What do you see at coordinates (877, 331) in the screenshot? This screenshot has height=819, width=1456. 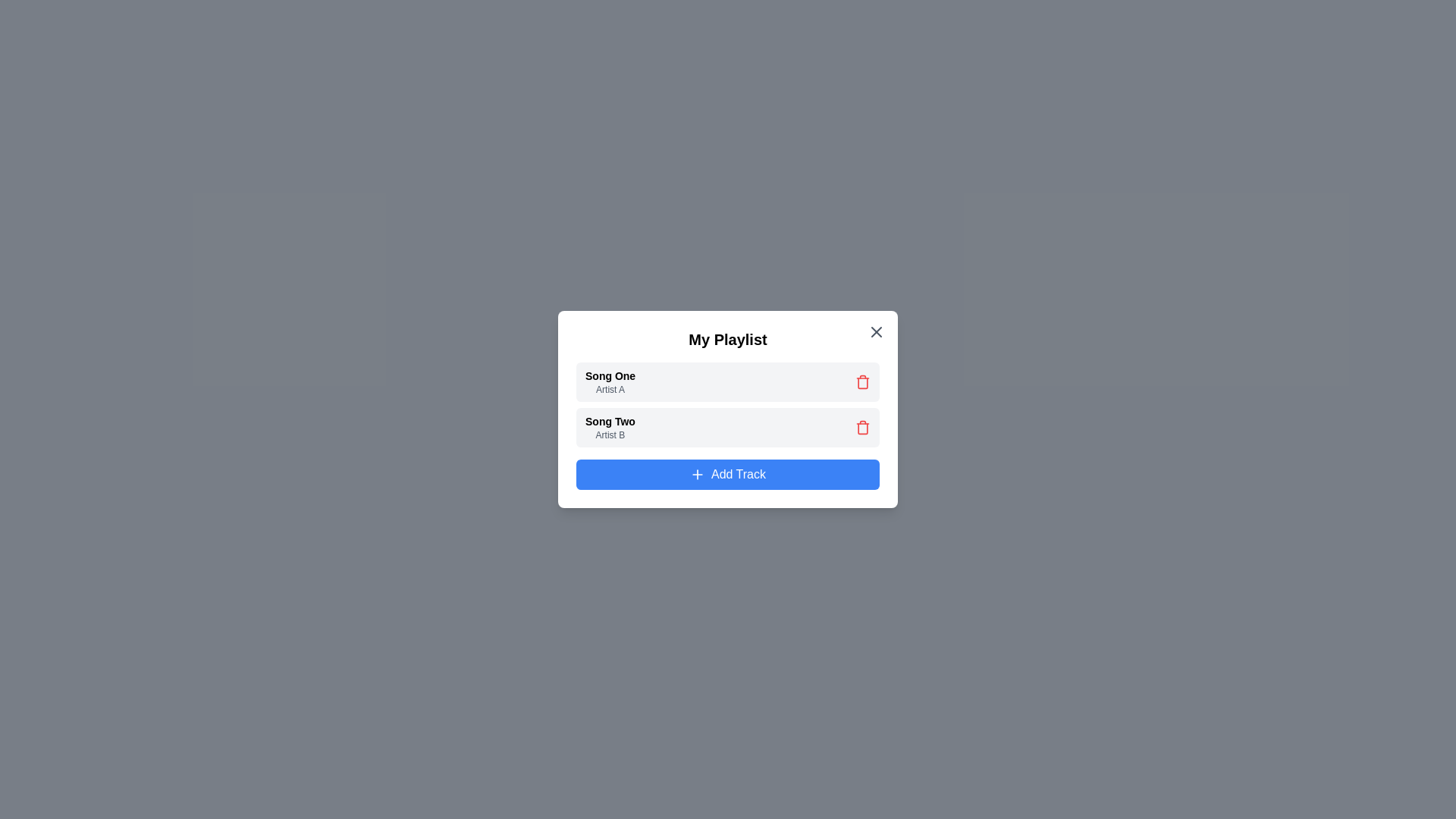 I see `the diagonal line element of the 'X' icon located in the top-right corner of the playlist dialog box, near the title 'My Playlist'` at bounding box center [877, 331].